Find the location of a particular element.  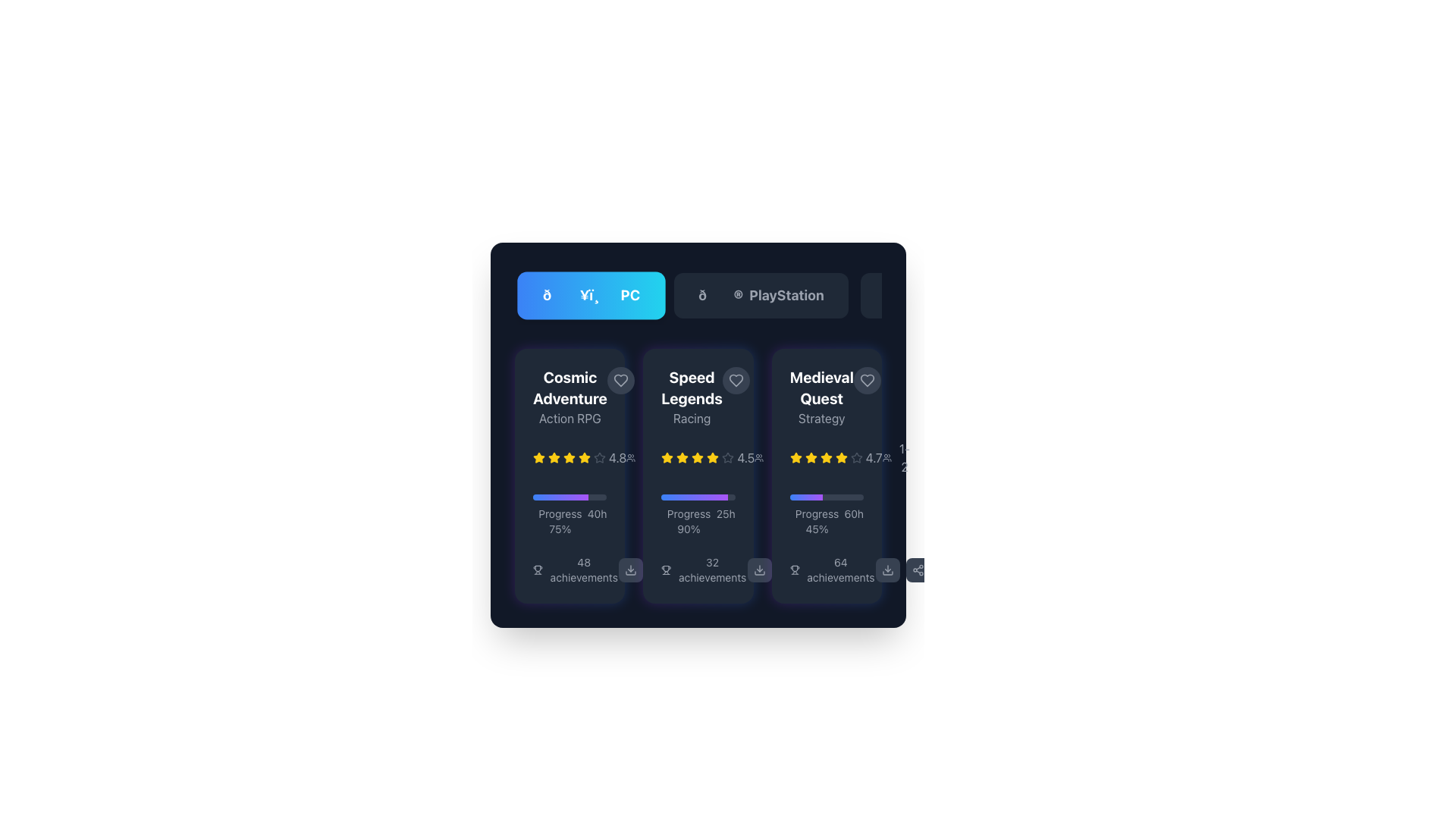

the trophy icon in the interactive buttons section beneath the 'Speed Legends' game card is located at coordinates (774, 570).